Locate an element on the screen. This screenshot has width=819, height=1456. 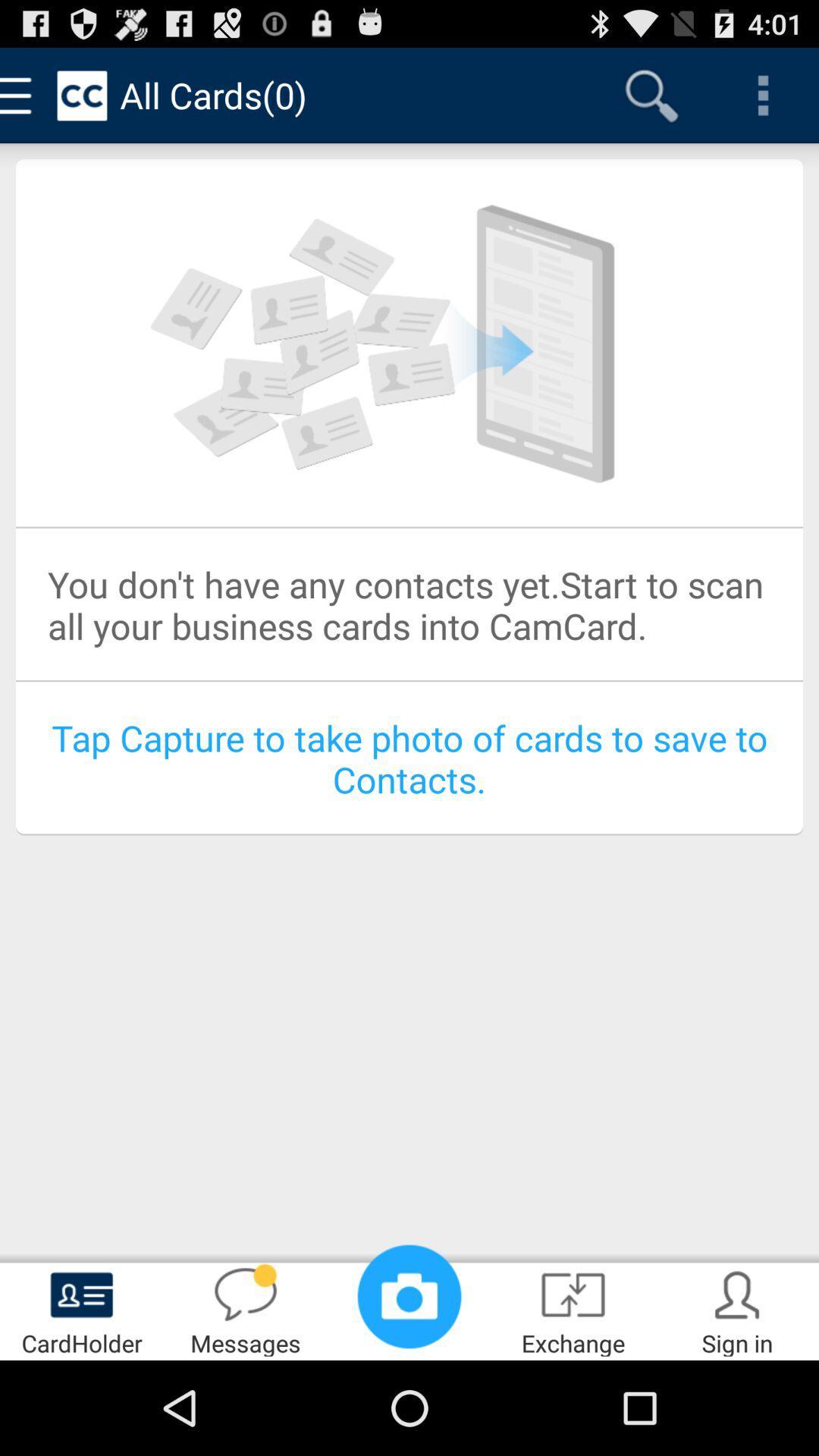
the blue coloured text is located at coordinates (409, 758).